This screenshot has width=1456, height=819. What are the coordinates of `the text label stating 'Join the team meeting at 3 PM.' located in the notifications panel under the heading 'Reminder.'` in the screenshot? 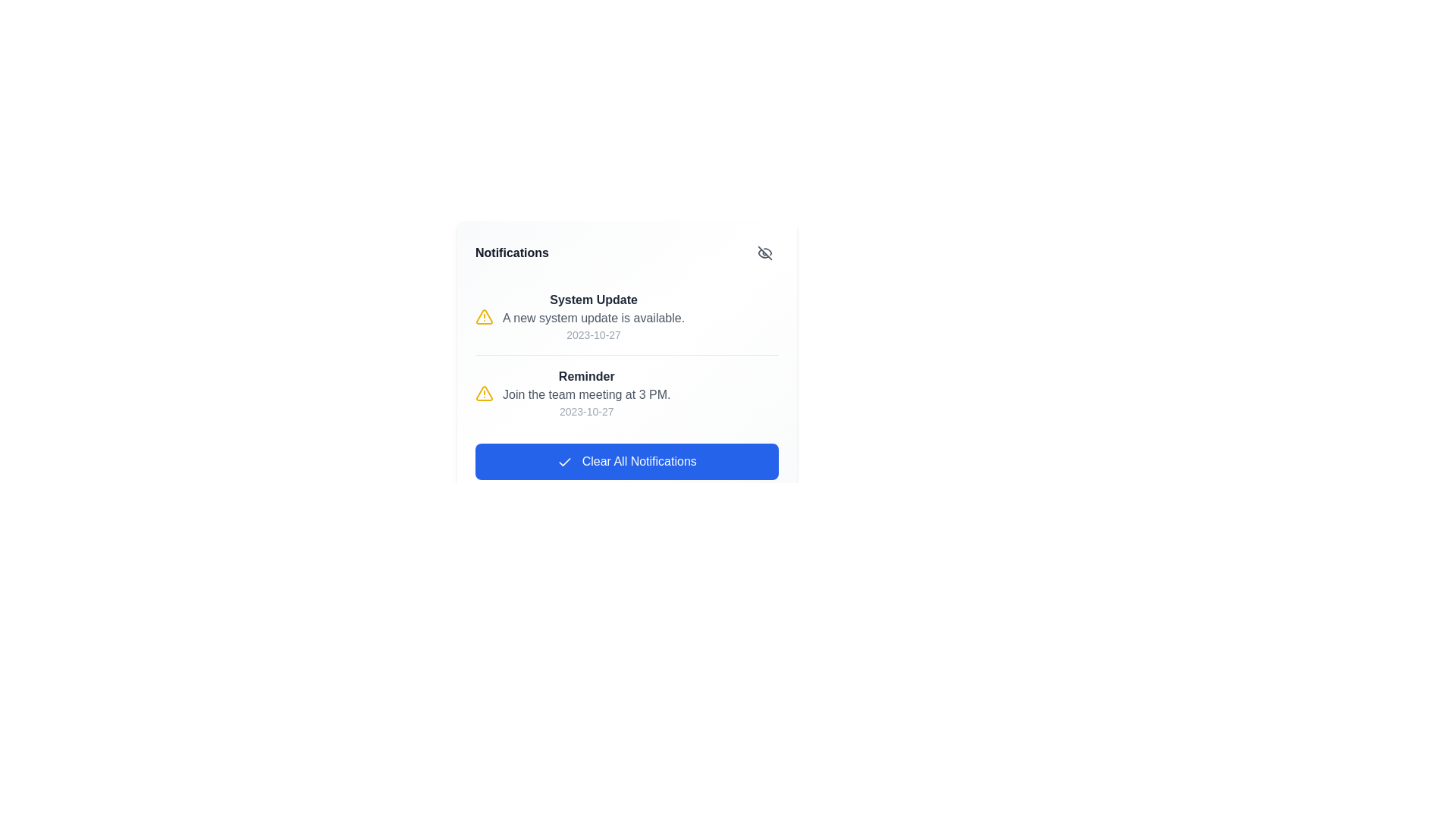 It's located at (585, 394).